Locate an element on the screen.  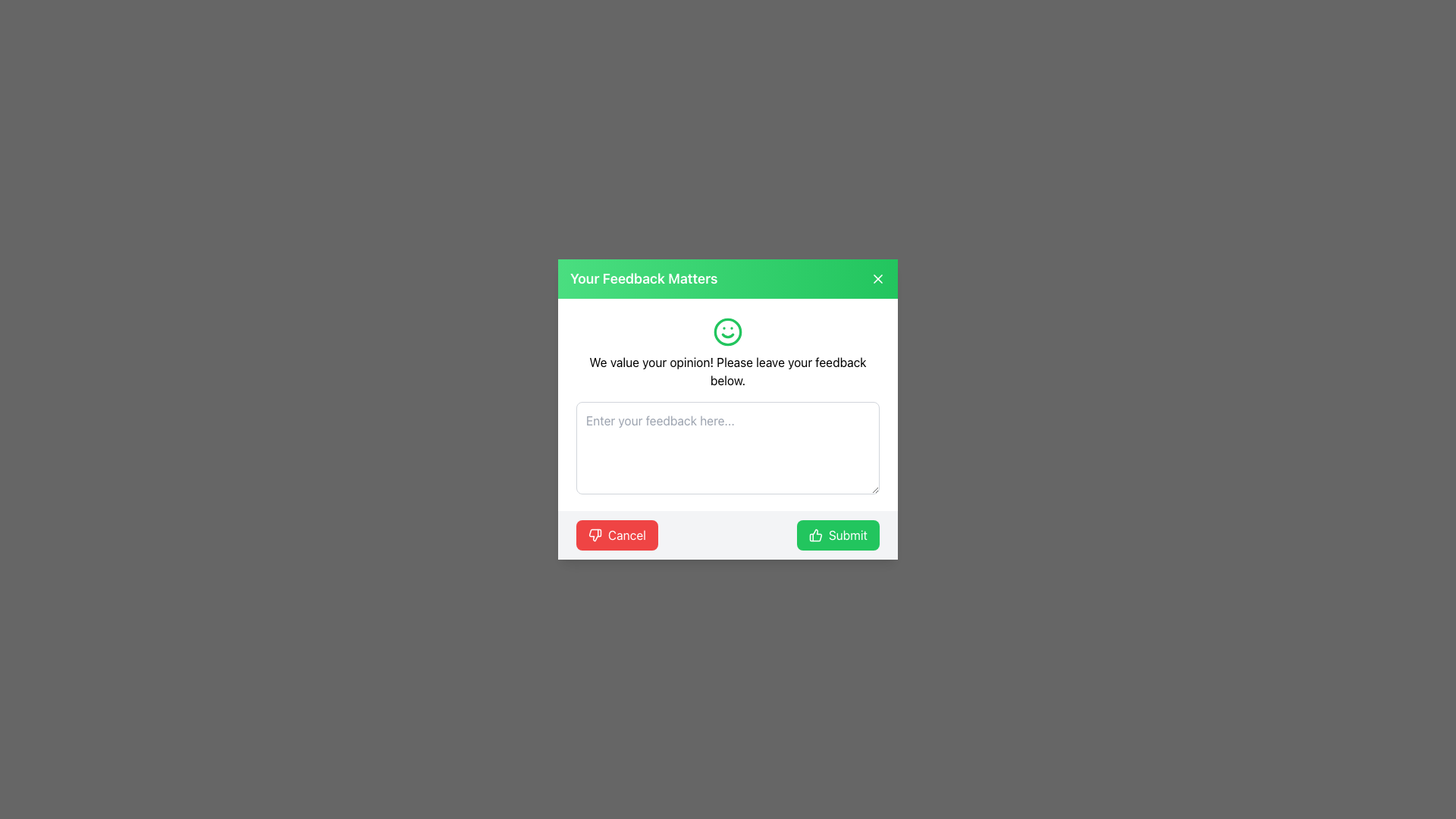
the red 'Cancel' button with white text and a thumbs-down icon located in the bottom-left section of the modal dialog is located at coordinates (617, 534).